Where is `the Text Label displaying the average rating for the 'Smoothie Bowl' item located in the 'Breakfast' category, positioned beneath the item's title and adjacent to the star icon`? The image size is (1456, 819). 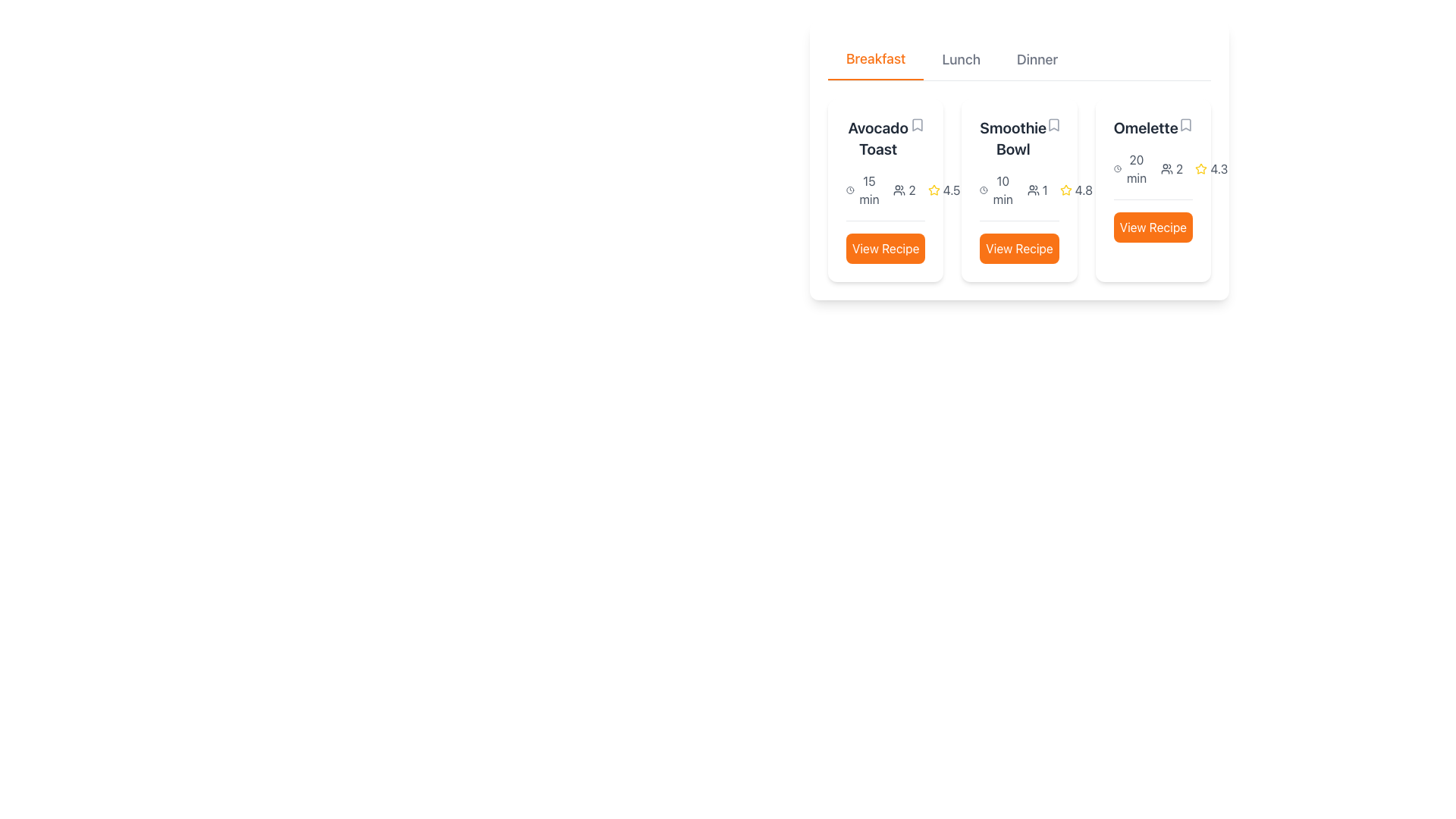 the Text Label displaying the average rating for the 'Smoothie Bowl' item located in the 'Breakfast' category, positioned beneath the item's title and adjacent to the star icon is located at coordinates (943, 189).